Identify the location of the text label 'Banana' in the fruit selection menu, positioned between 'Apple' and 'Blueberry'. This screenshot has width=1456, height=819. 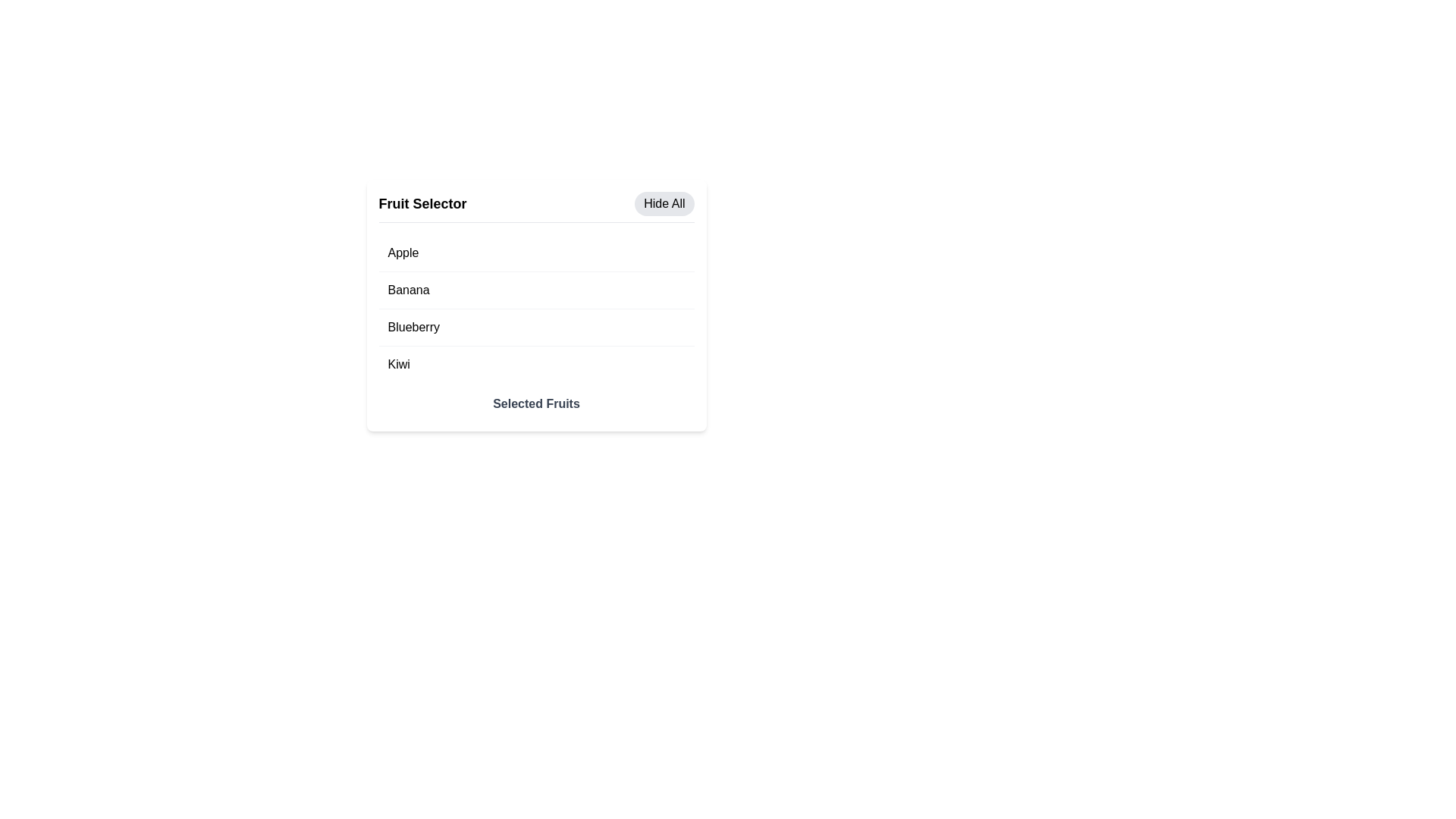
(409, 290).